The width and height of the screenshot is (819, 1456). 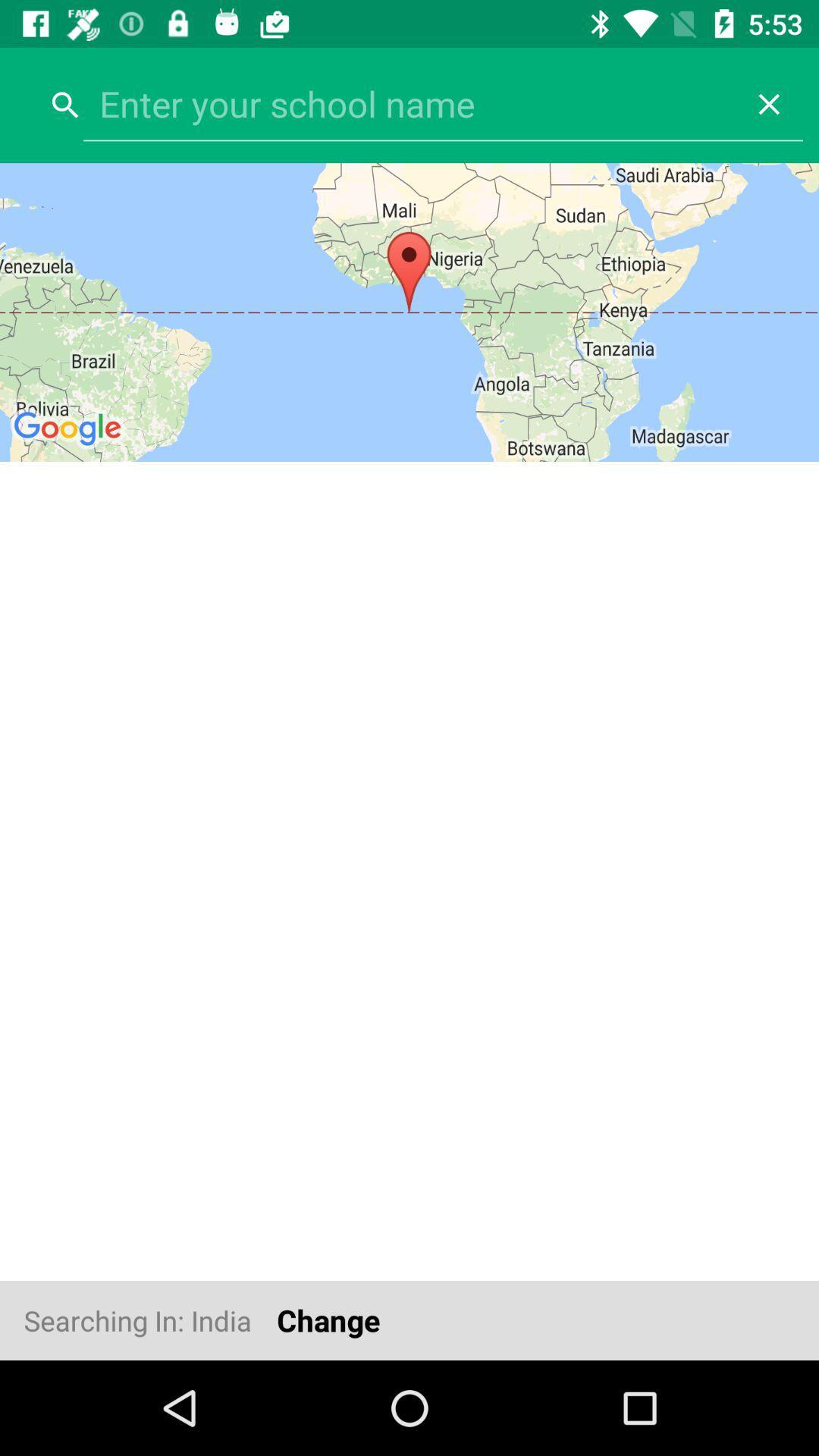 I want to click on share the school article, so click(x=409, y=103).